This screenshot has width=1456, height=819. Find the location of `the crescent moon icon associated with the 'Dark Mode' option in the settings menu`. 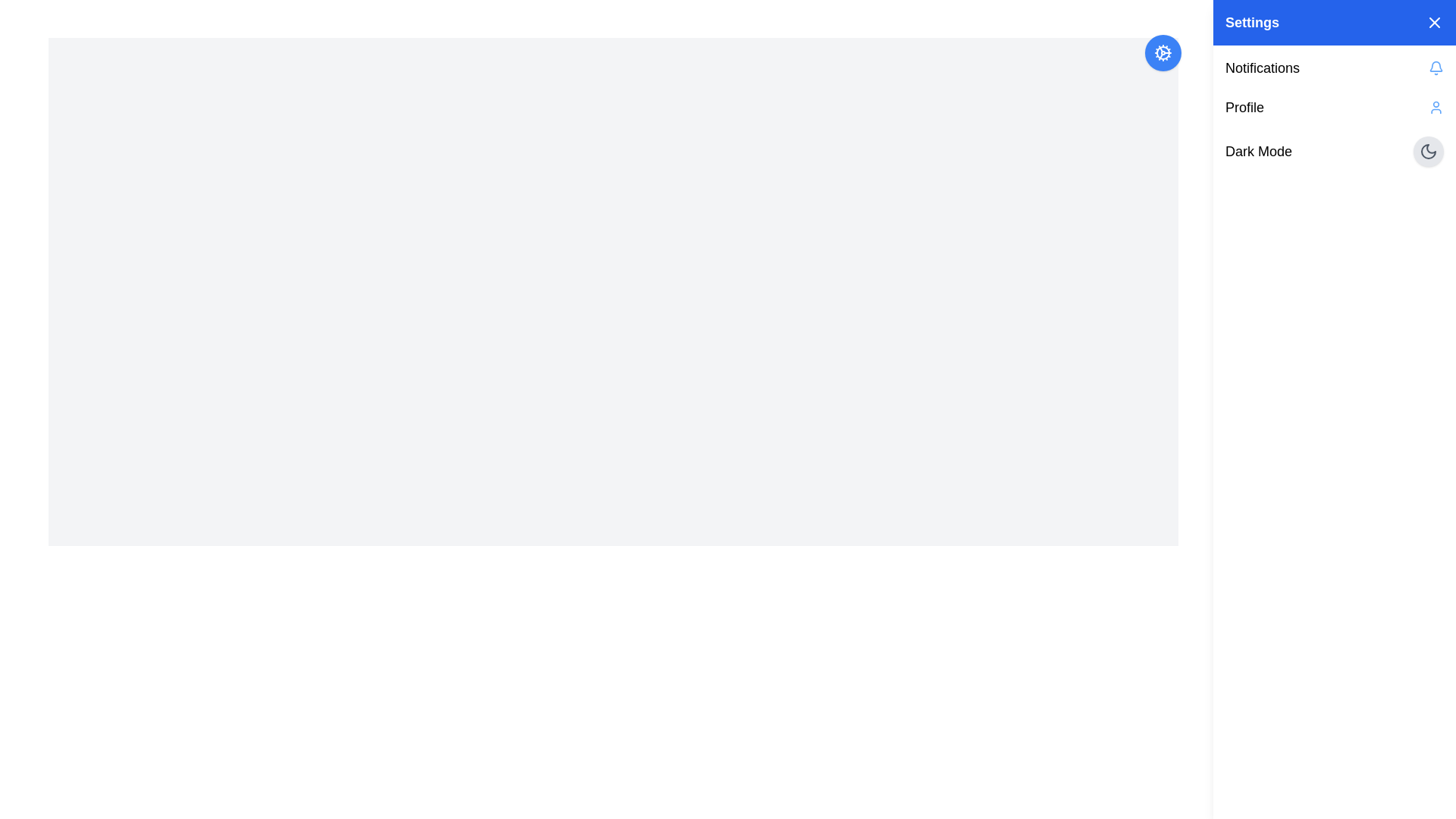

the crescent moon icon associated with the 'Dark Mode' option in the settings menu is located at coordinates (1427, 152).